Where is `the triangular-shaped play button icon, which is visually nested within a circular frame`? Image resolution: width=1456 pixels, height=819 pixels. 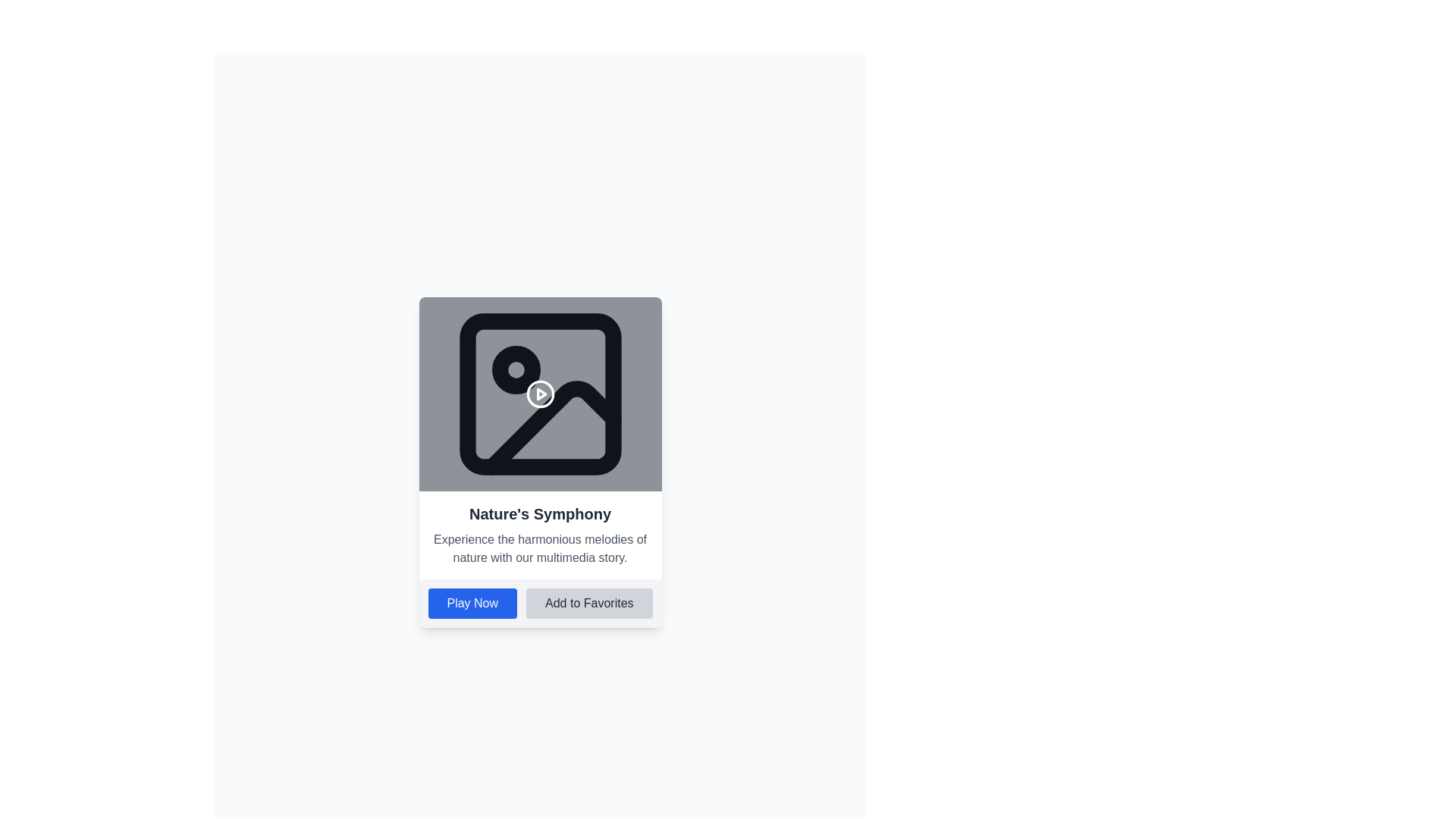 the triangular-shaped play button icon, which is visually nested within a circular frame is located at coordinates (541, 394).